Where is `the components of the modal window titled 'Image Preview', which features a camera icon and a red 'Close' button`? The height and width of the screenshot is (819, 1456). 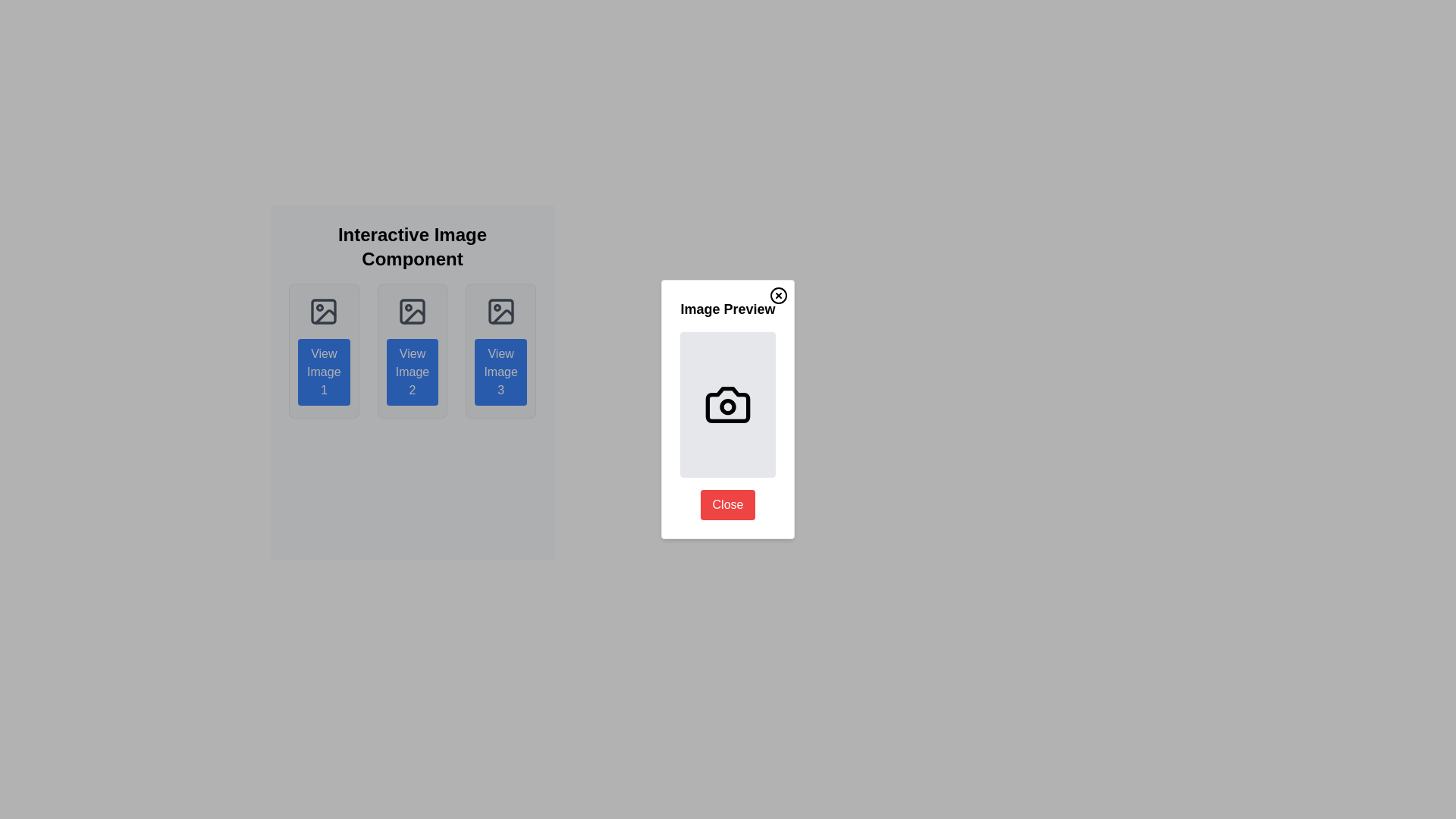 the components of the modal window titled 'Image Preview', which features a camera icon and a red 'Close' button is located at coordinates (728, 409).